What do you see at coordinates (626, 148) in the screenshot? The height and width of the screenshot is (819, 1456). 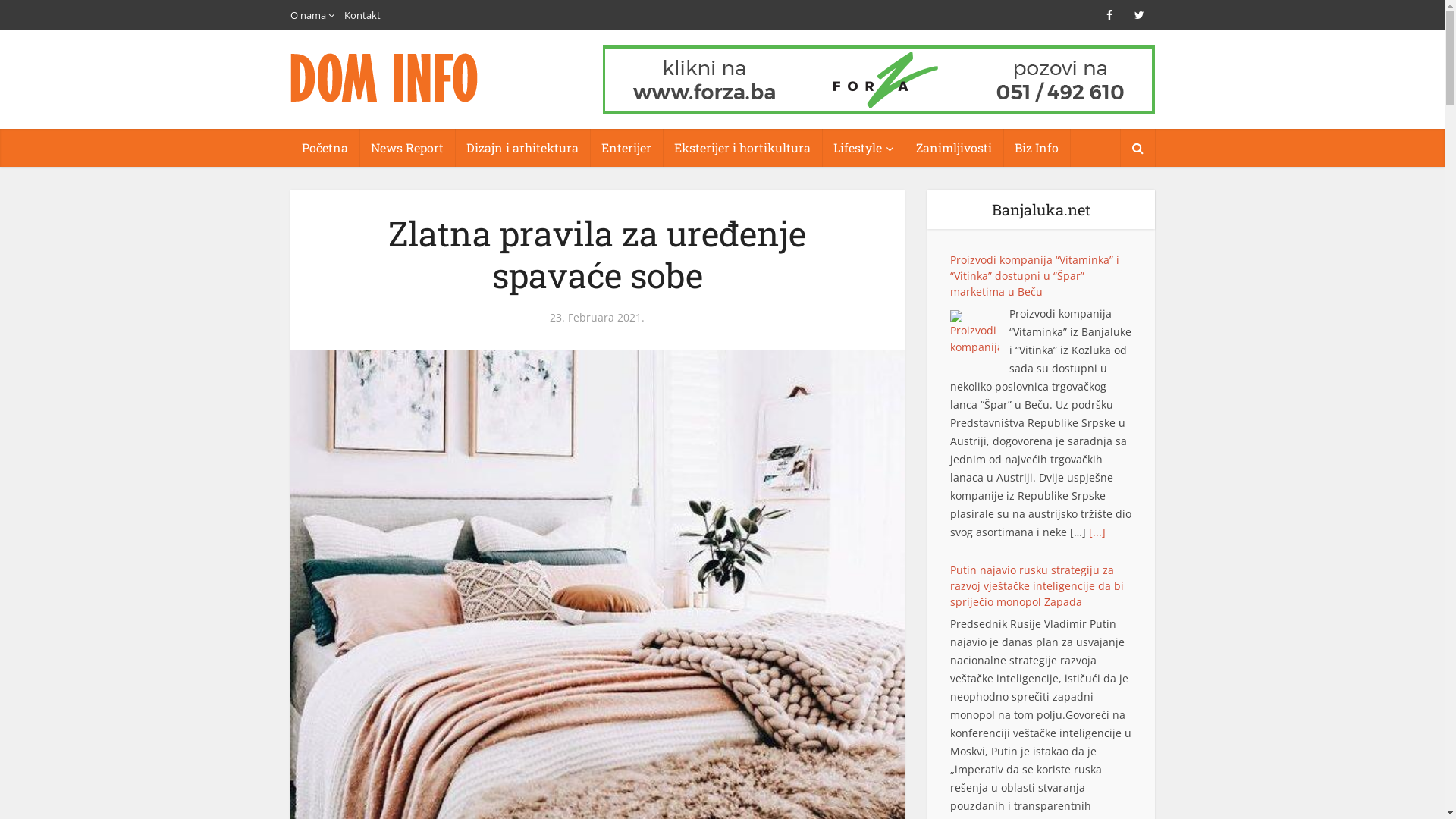 I see `'Enterijer'` at bounding box center [626, 148].